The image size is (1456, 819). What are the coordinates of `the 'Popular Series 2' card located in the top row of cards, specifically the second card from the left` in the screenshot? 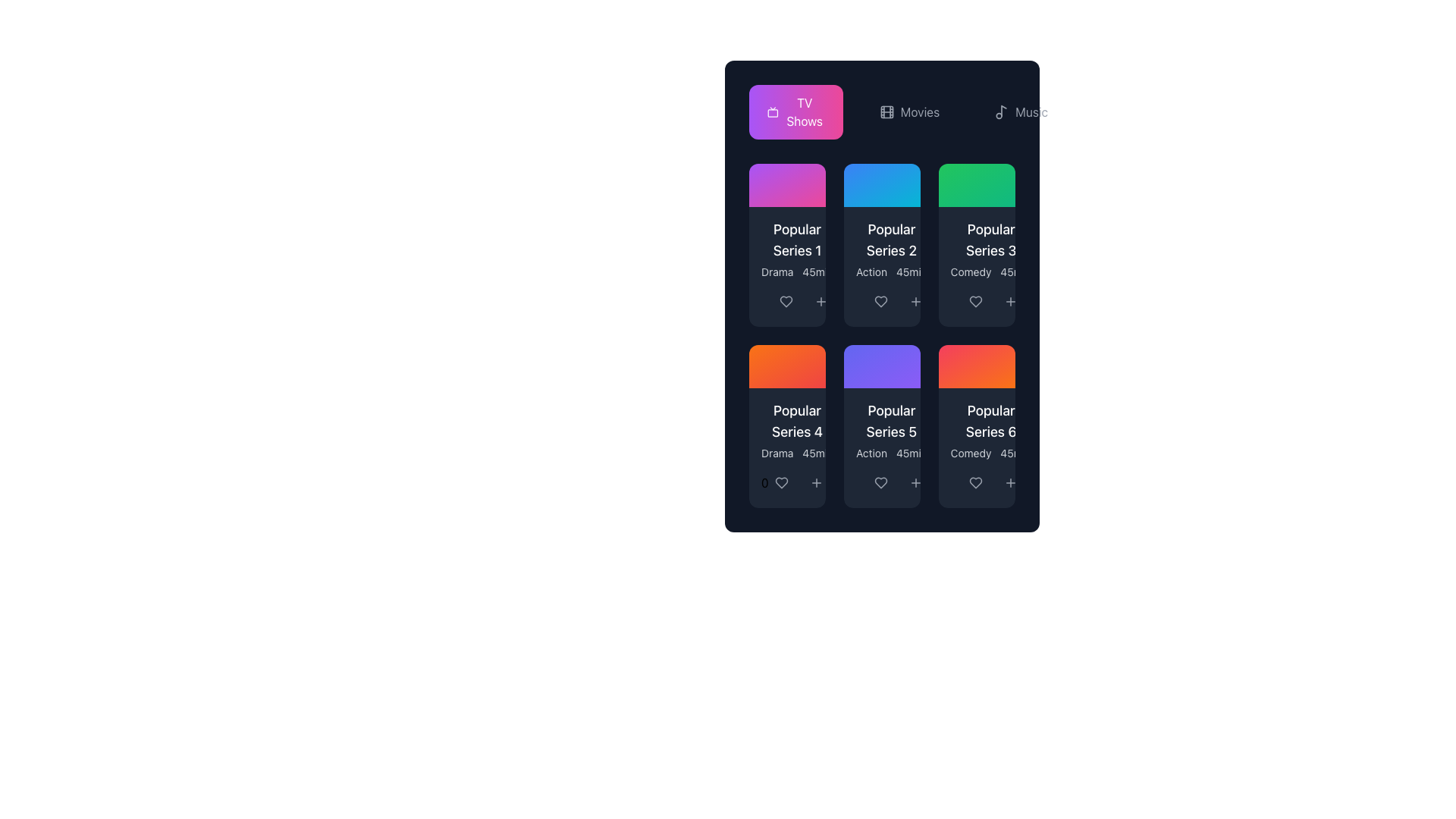 It's located at (882, 248).